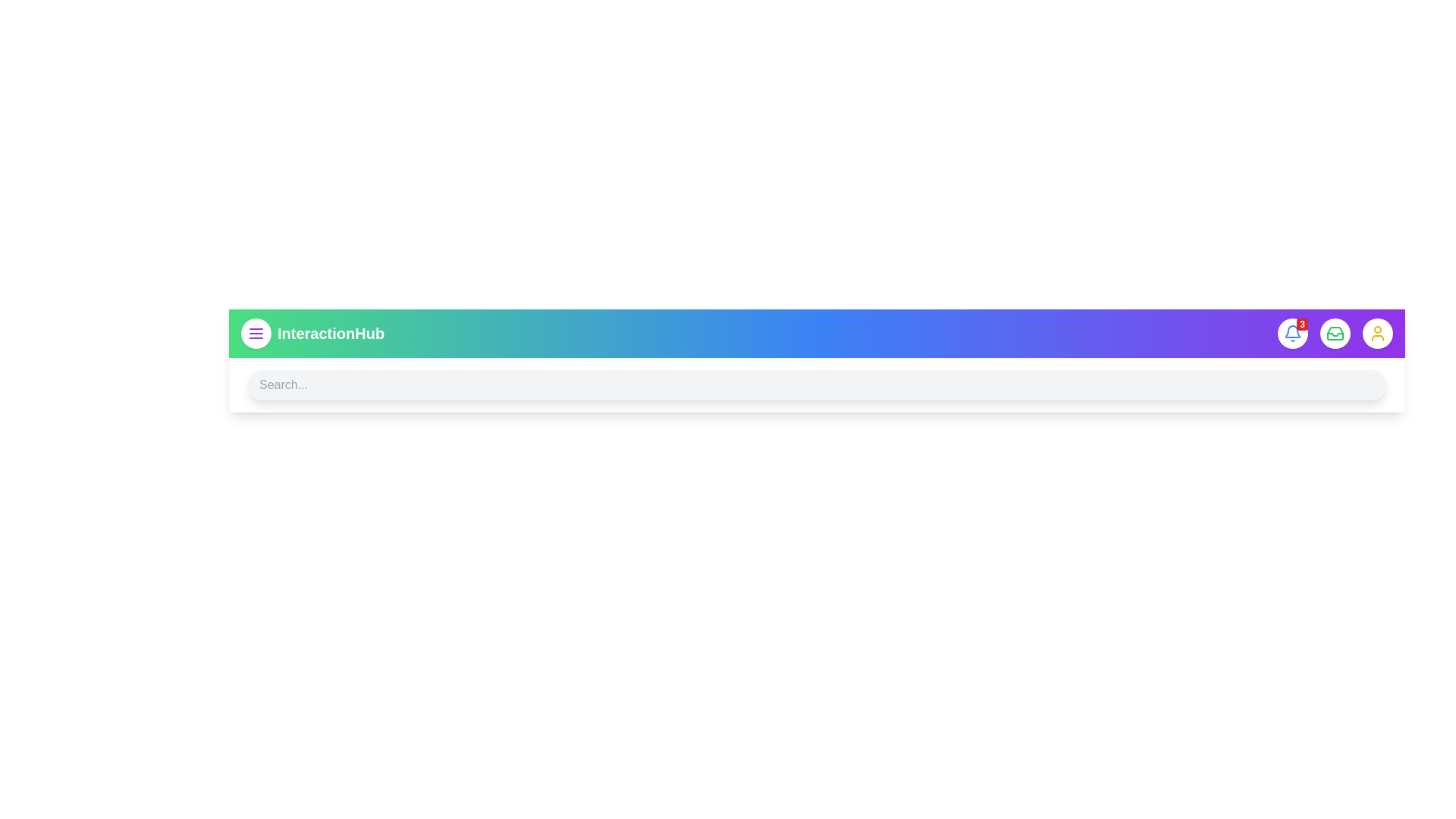 This screenshot has height=819, width=1456. Describe the element at coordinates (816, 384) in the screenshot. I see `the search bar and type 'example query'` at that location.